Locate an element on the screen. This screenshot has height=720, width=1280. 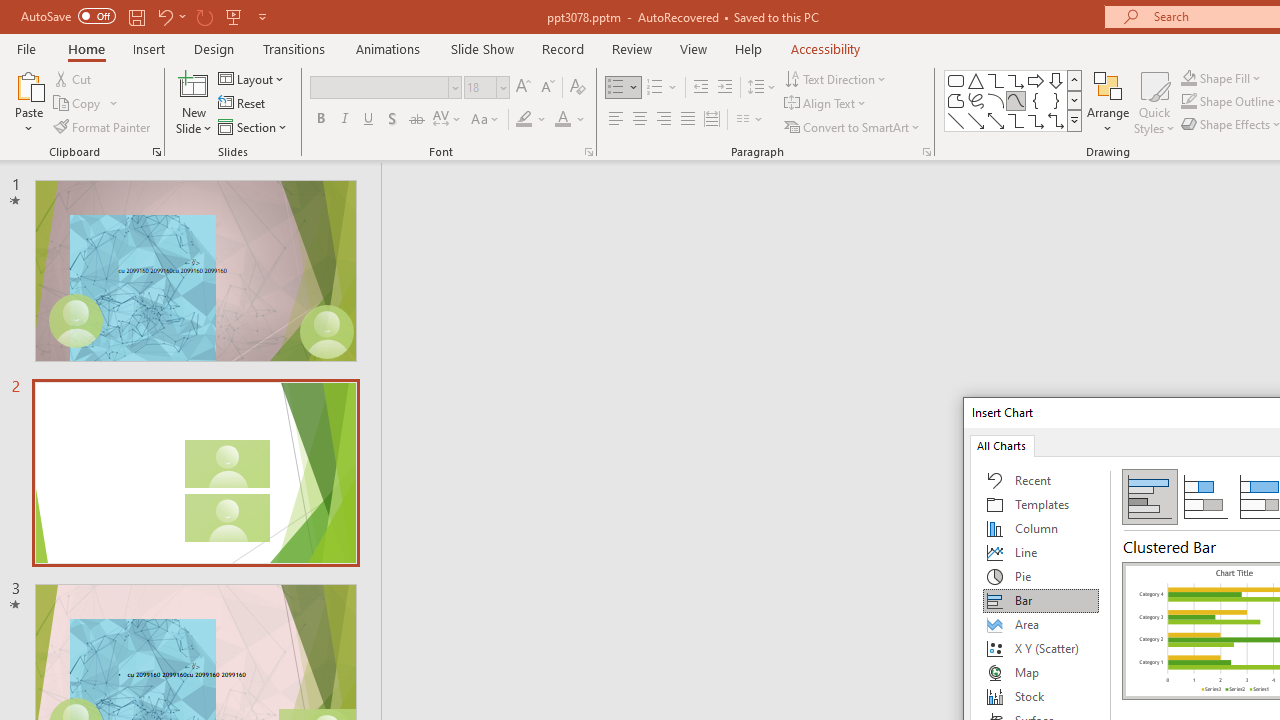
'Strikethrough' is located at coordinates (415, 119).